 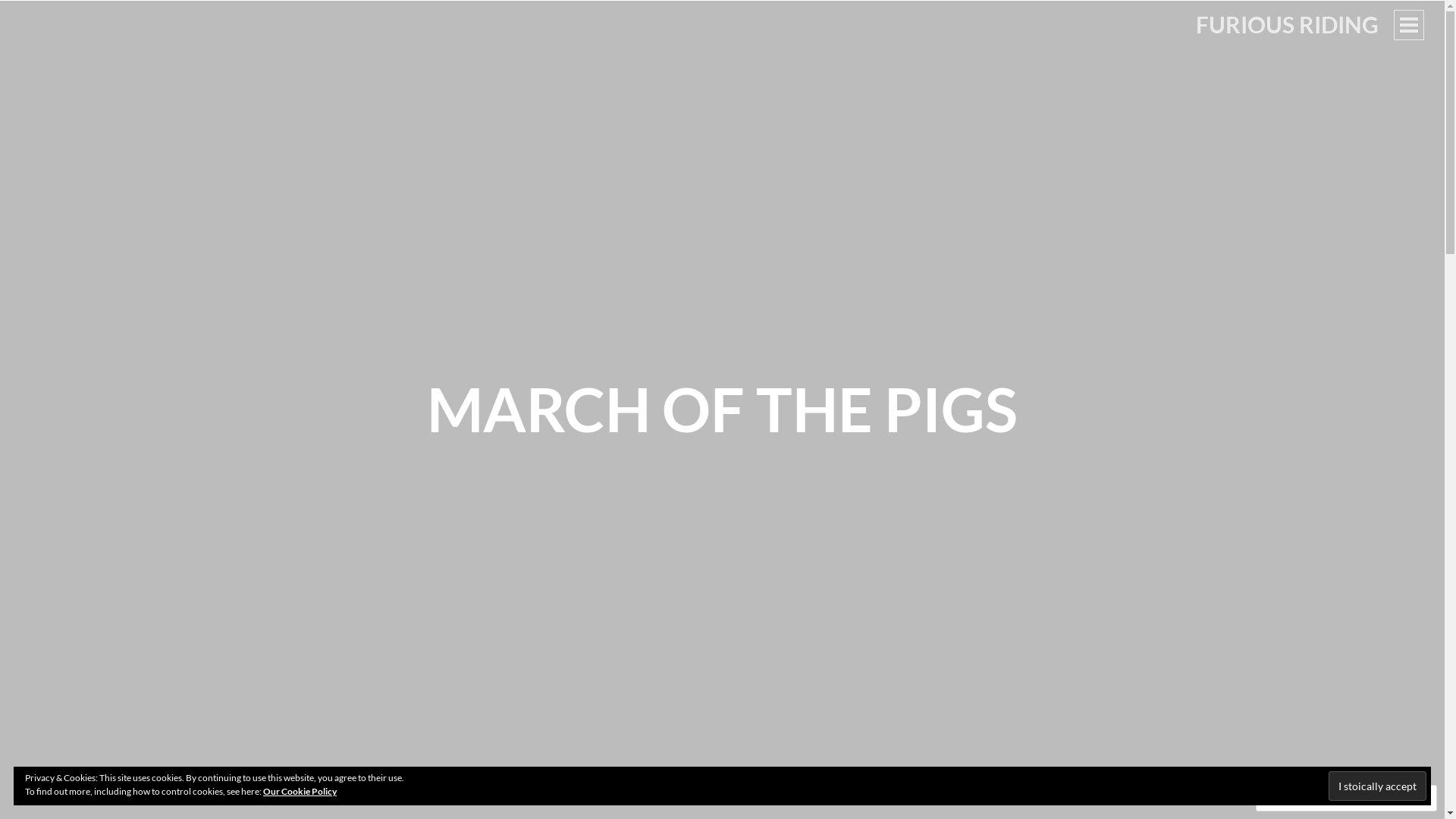 I want to click on 'Comment', so click(x=1296, y=797).